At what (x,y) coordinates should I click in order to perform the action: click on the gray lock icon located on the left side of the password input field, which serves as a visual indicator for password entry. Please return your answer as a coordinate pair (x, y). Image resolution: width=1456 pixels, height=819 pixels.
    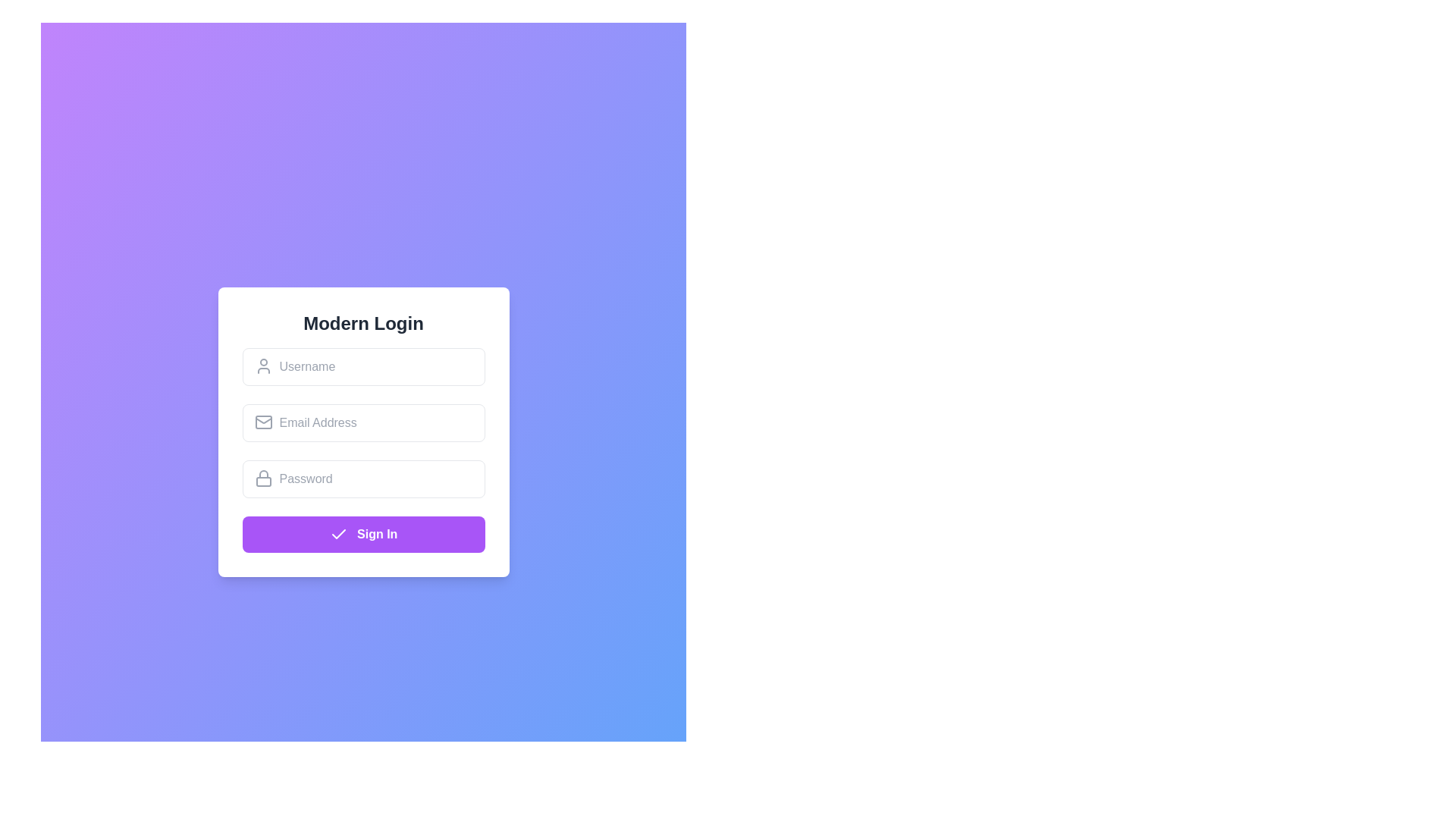
    Looking at the image, I should click on (263, 478).